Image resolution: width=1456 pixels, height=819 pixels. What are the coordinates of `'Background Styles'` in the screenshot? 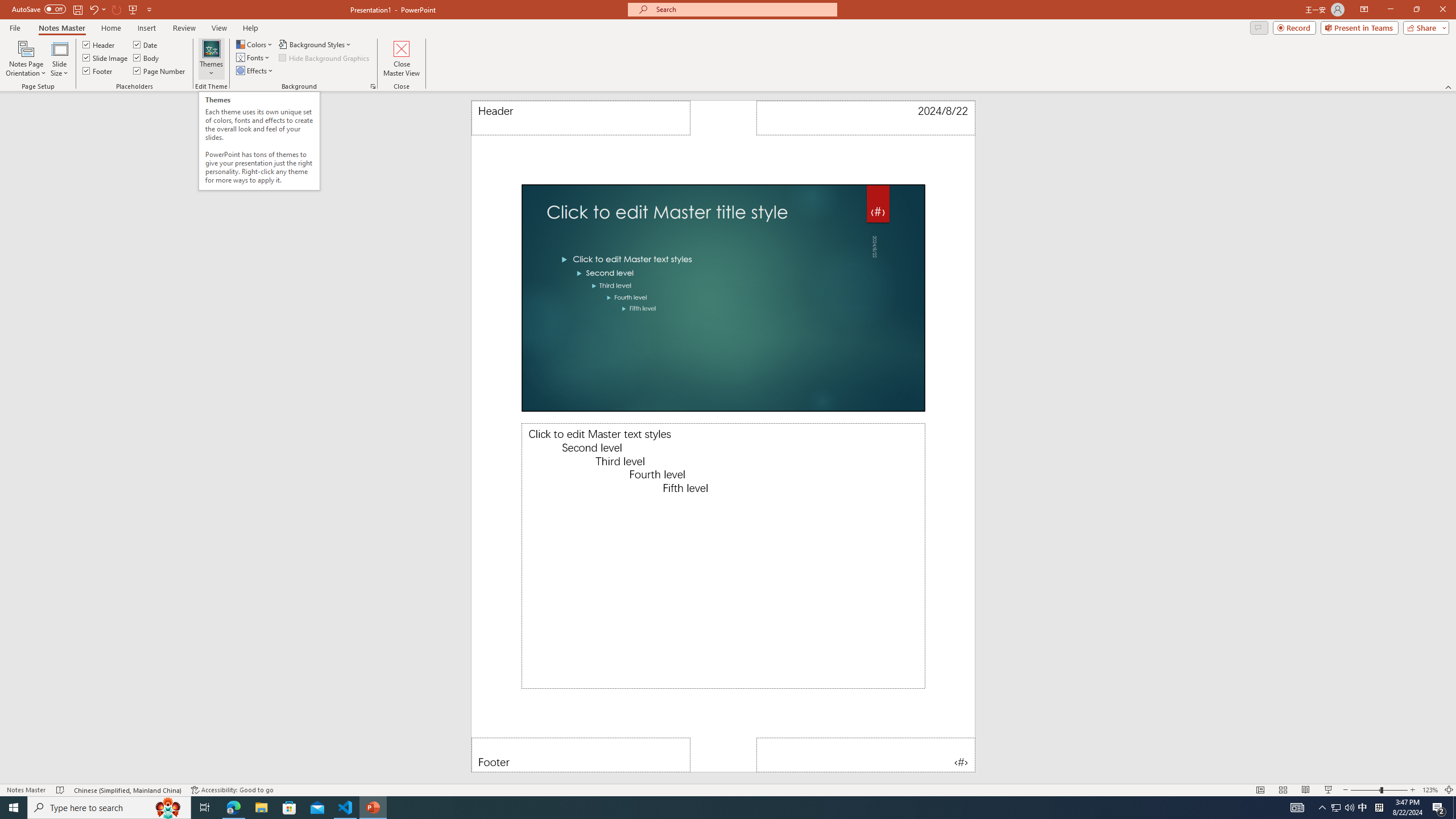 It's located at (315, 44).